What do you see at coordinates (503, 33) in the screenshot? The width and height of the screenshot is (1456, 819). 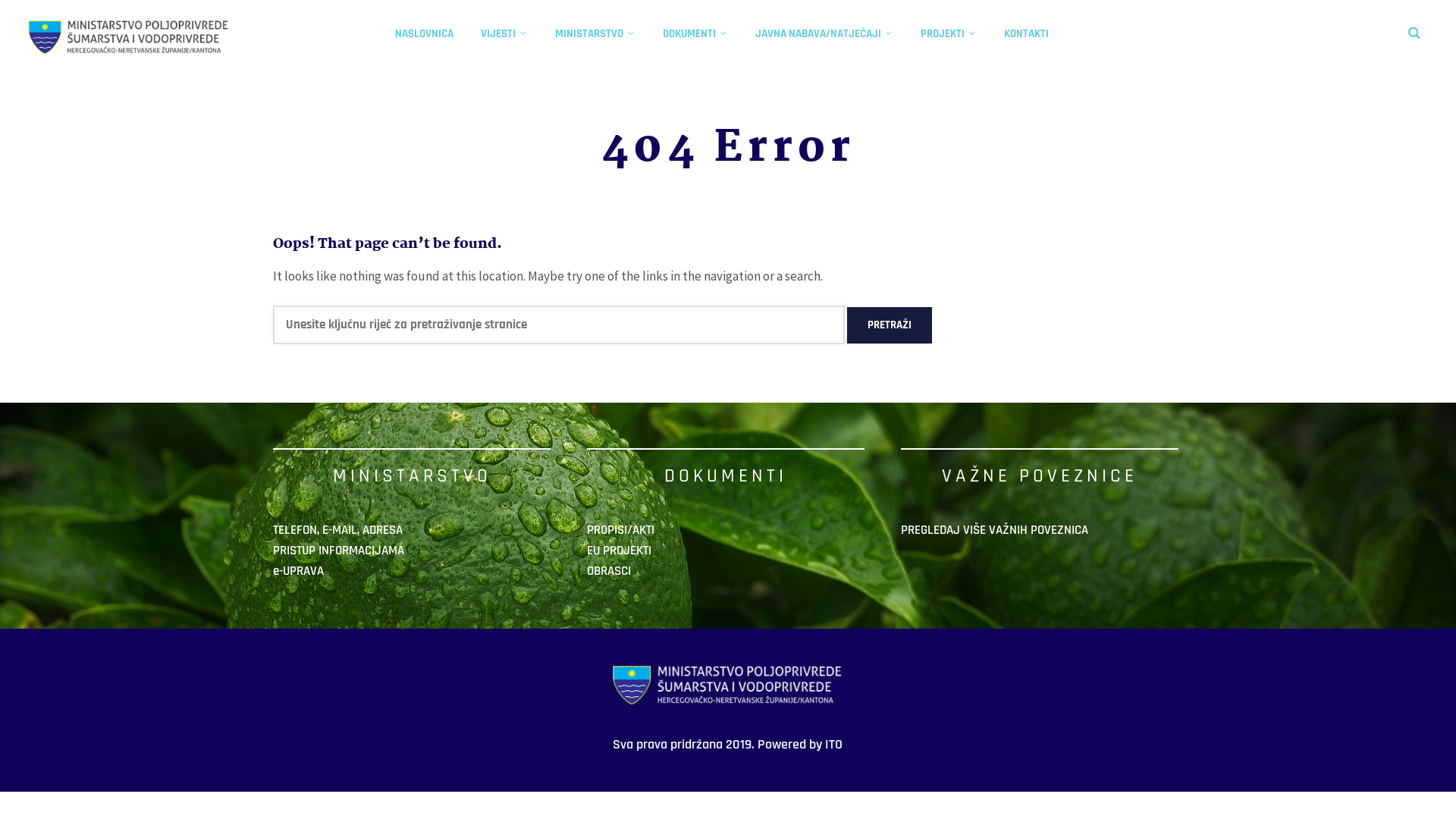 I see `'VIJESTI'` at bounding box center [503, 33].